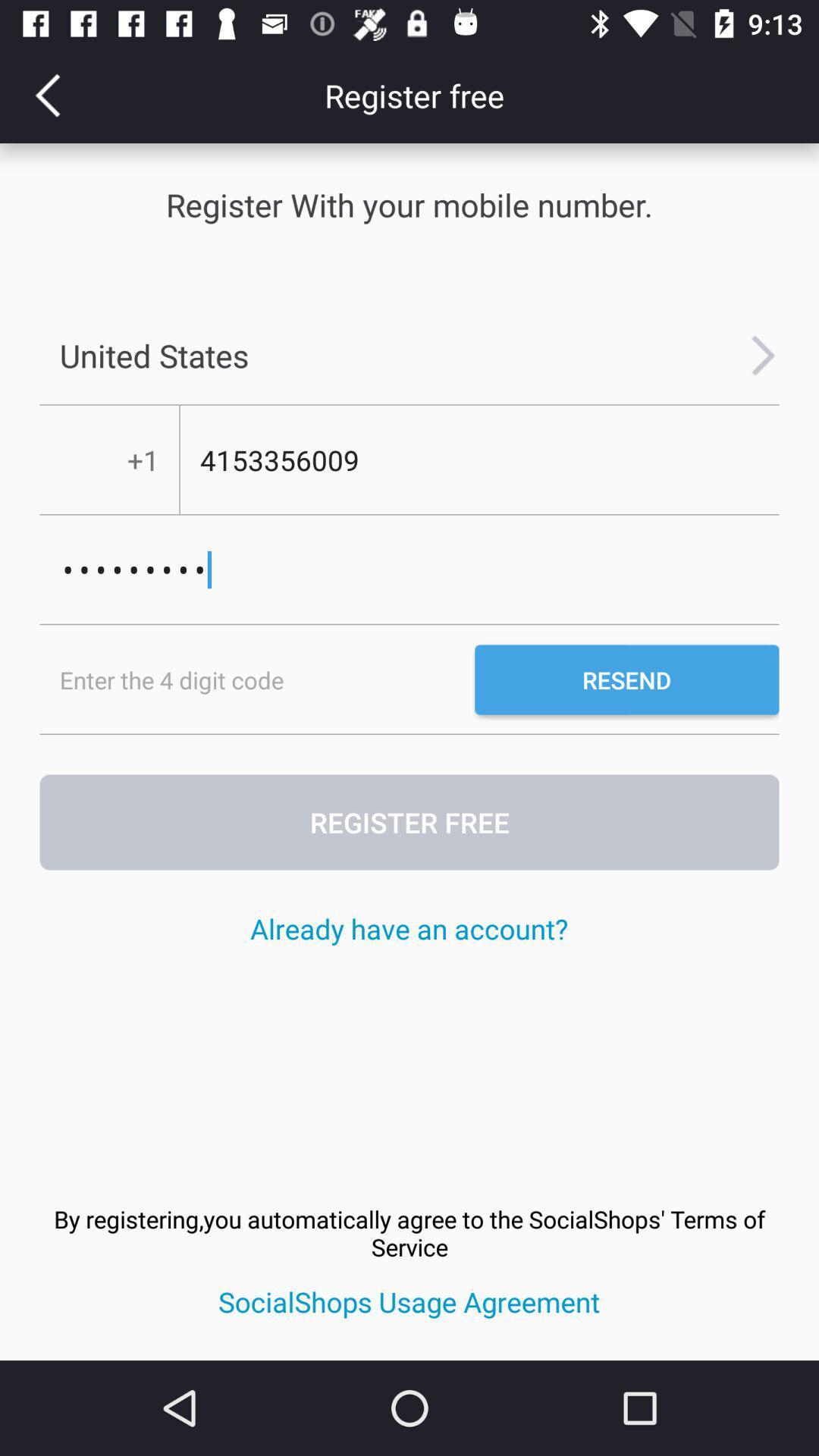  Describe the element at coordinates (409, 569) in the screenshot. I see `crowd3116 item` at that location.